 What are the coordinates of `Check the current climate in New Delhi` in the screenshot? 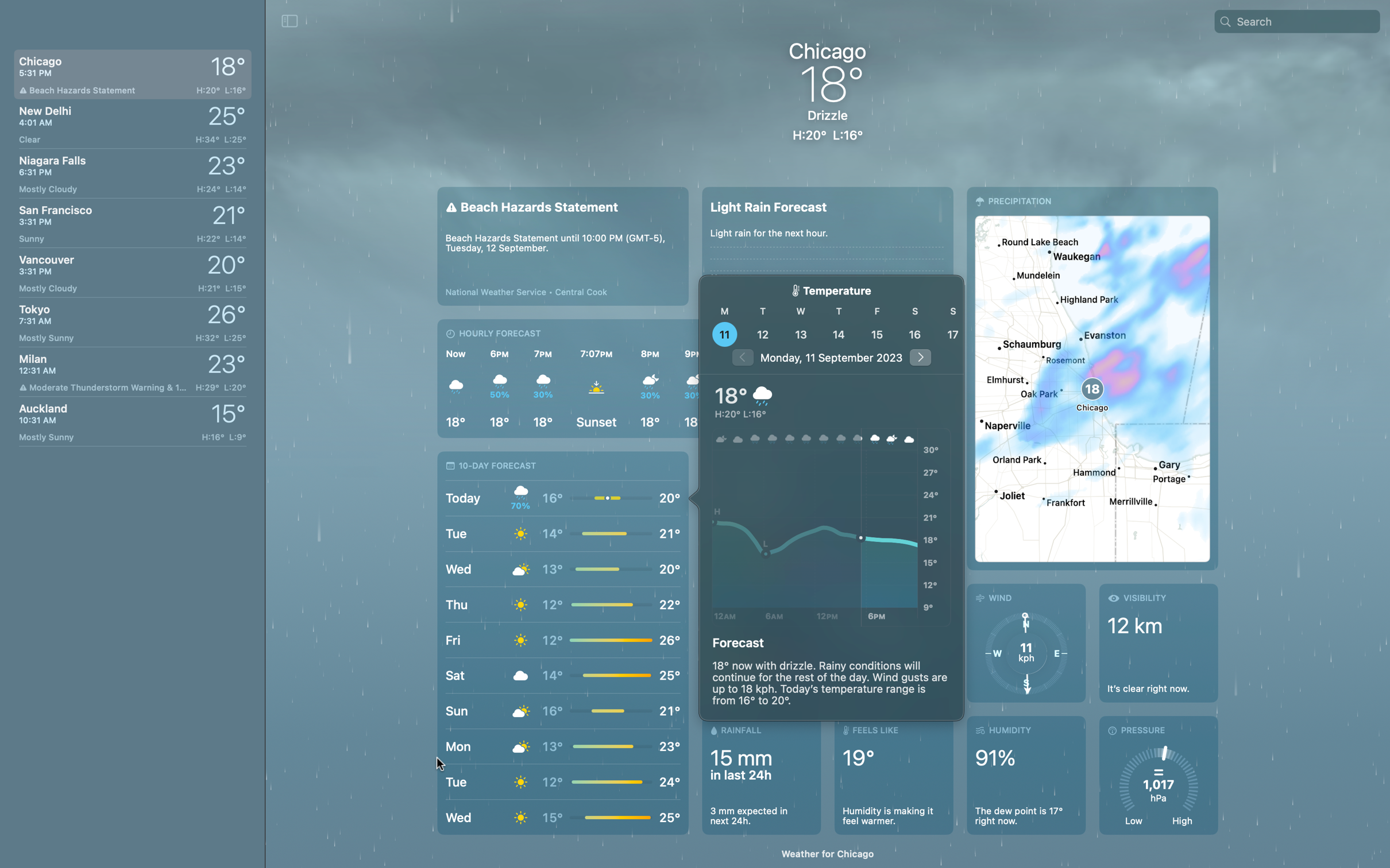 It's located at (132, 122).